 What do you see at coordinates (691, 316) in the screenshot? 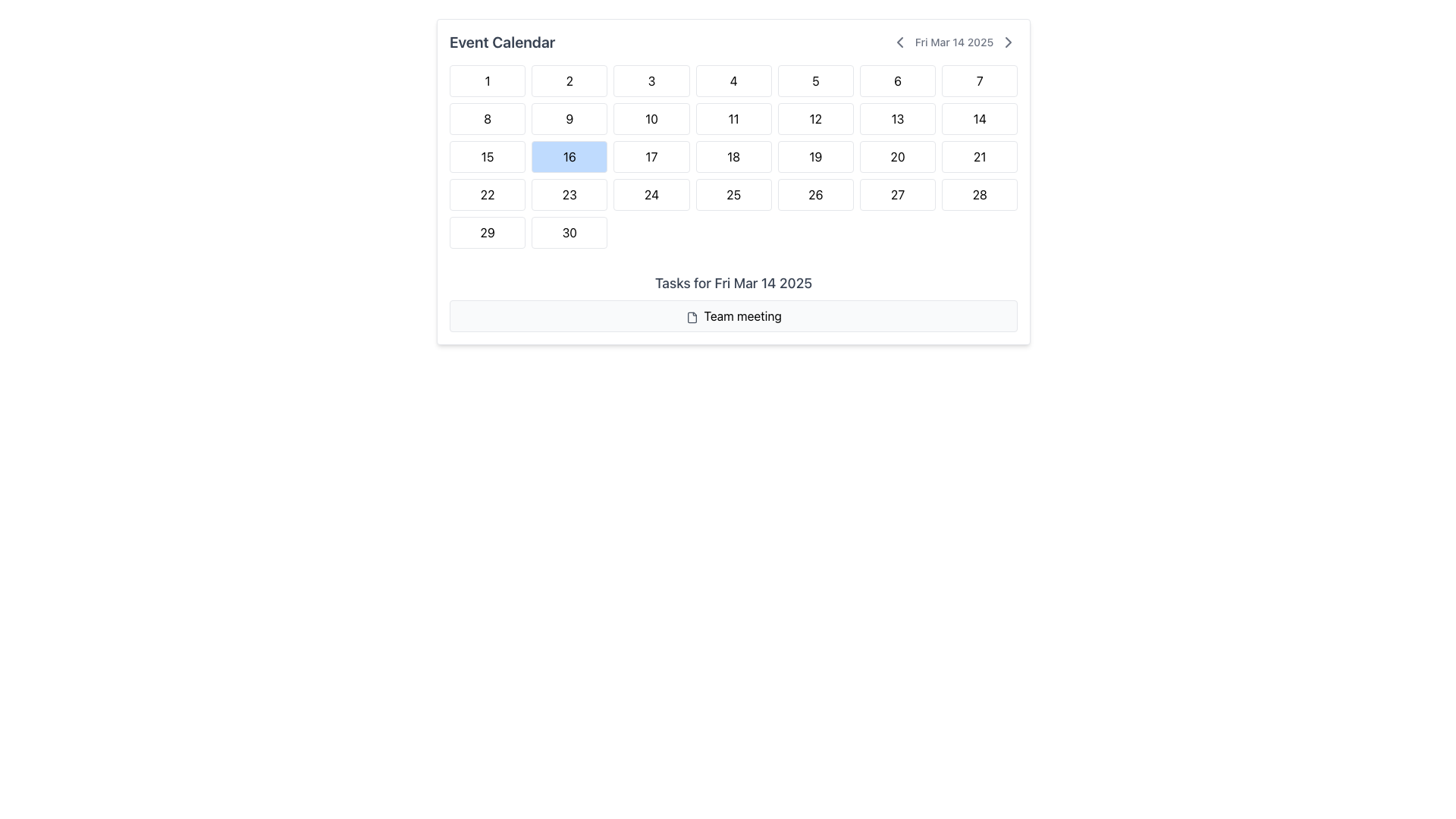
I see `the icon representing the file associated with the 'Team meeting' task, located within the box titled 'Team meeting'` at bounding box center [691, 316].